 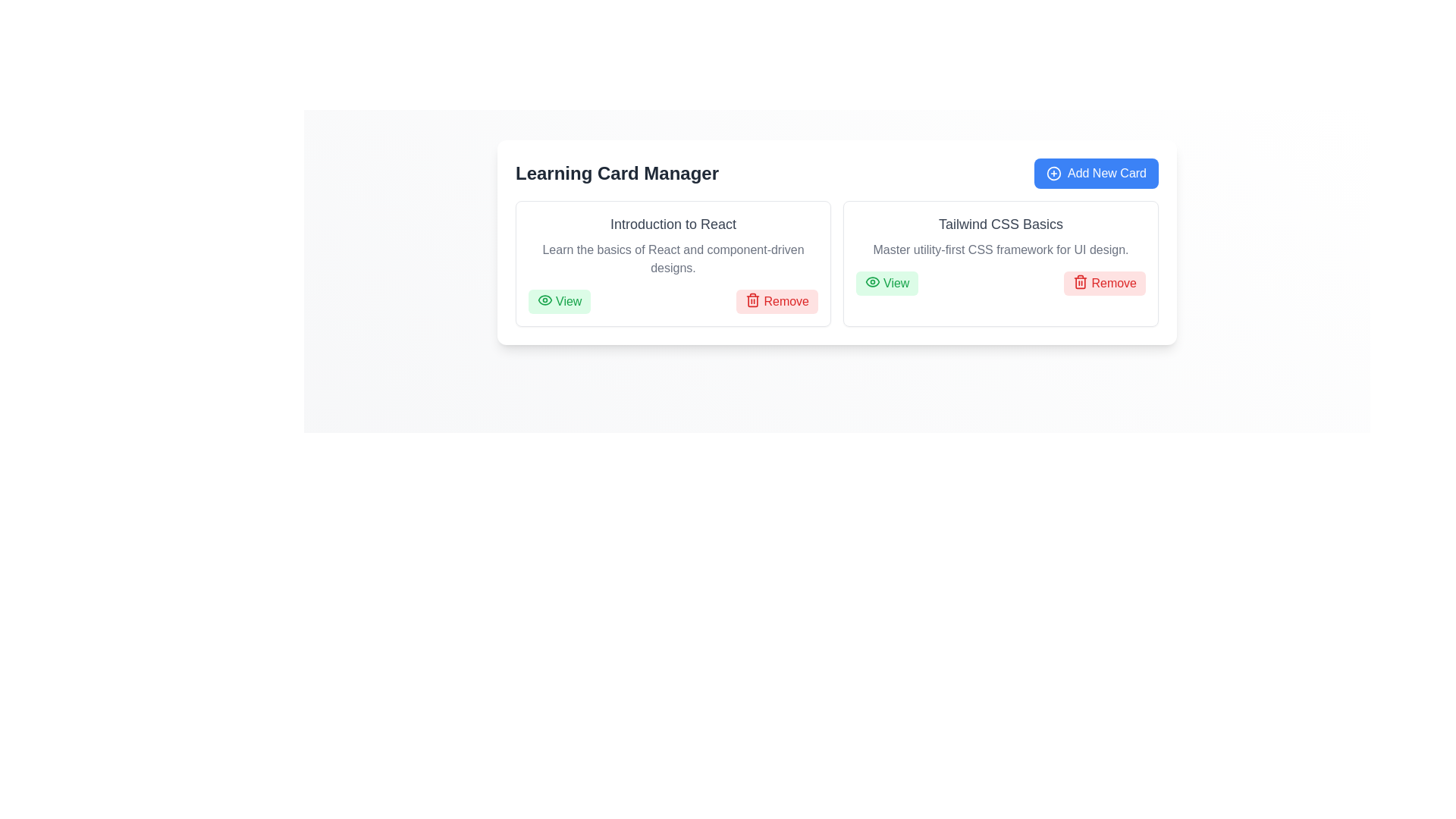 I want to click on the circular icon component that forms the central background of the 'Add' button, which features a plus symbol on a blue background, so click(x=1053, y=172).